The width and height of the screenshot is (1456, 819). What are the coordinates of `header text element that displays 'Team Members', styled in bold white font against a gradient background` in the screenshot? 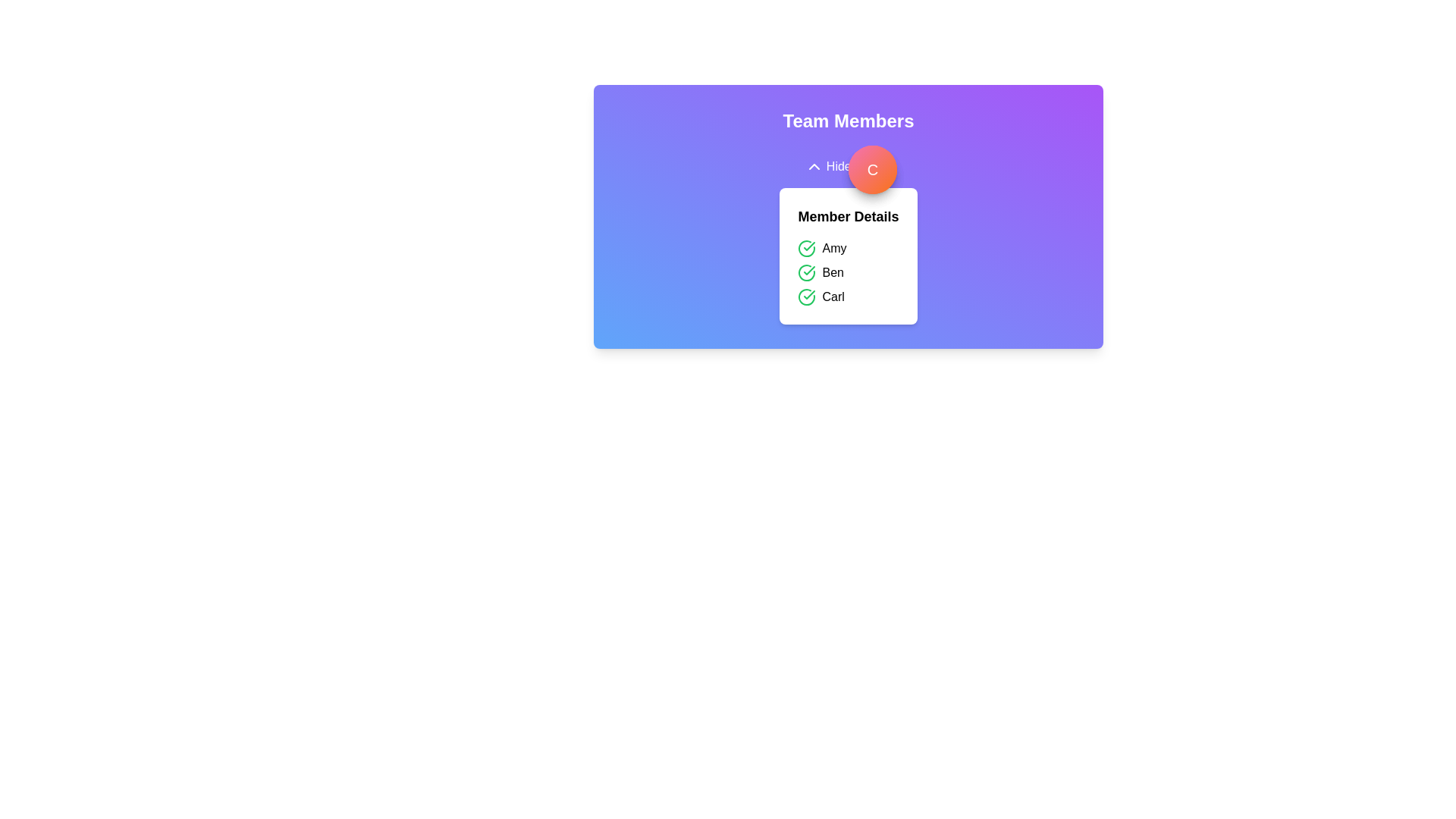 It's located at (847, 120).